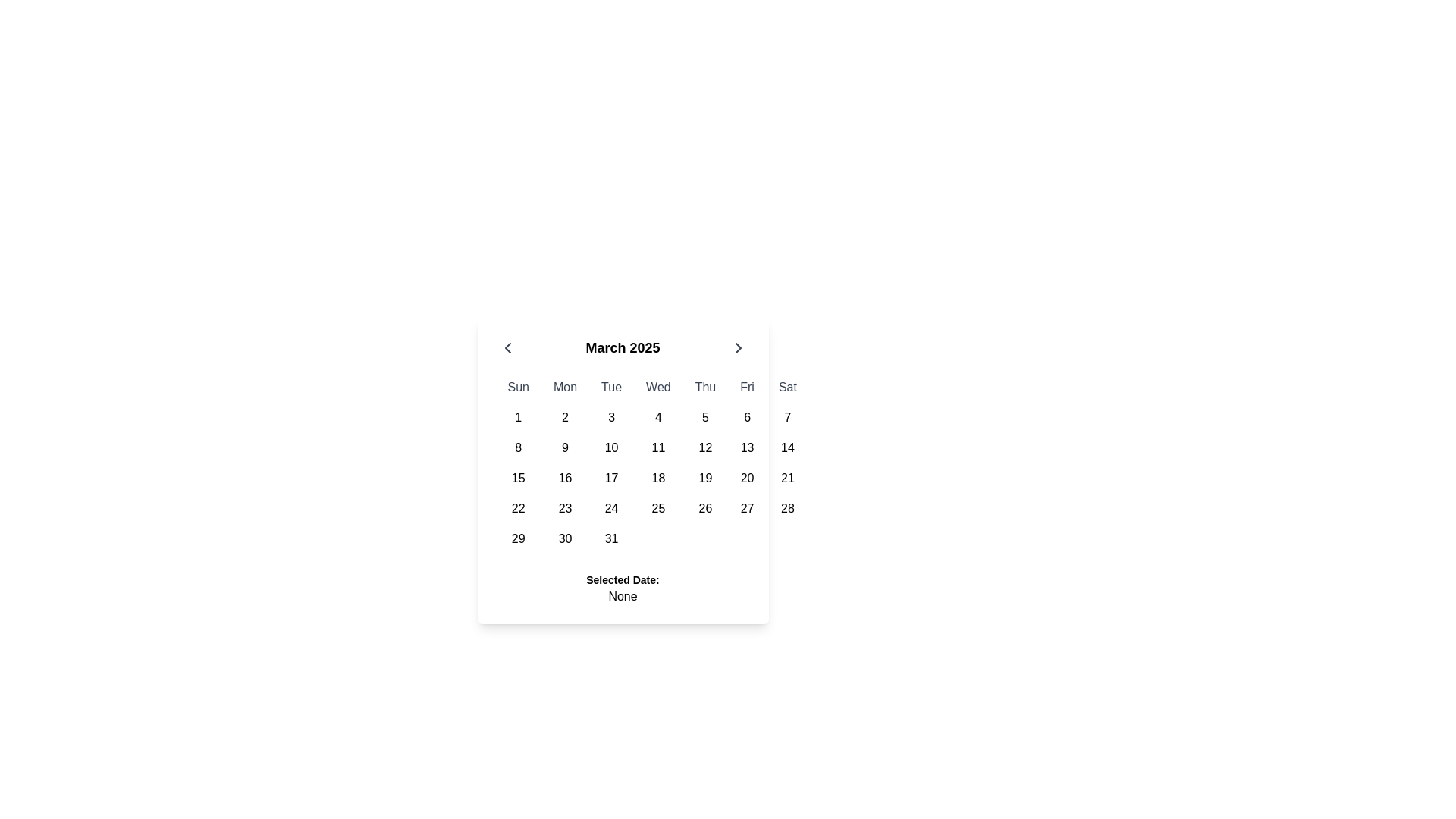  Describe the element at coordinates (507, 348) in the screenshot. I see `the button that navigates to the previous month in the calendar view` at that location.